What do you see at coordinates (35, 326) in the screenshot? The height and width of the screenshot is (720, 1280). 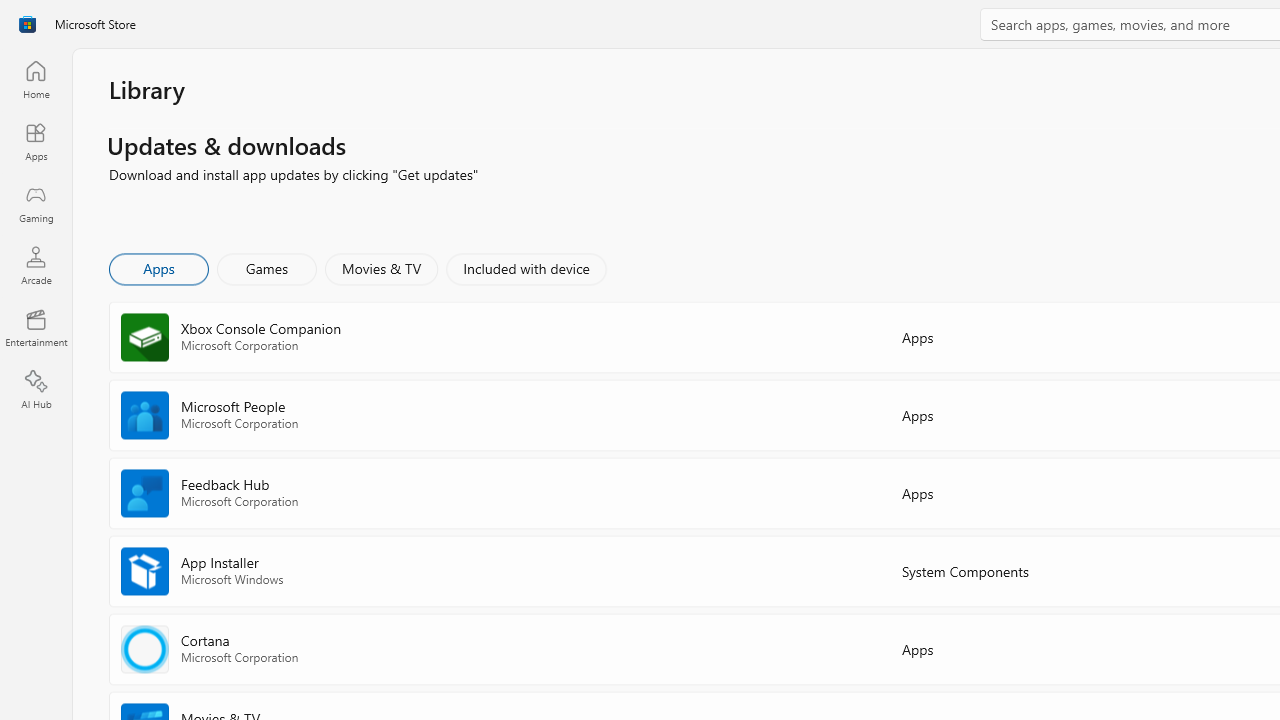 I see `'Entertainment'` at bounding box center [35, 326].